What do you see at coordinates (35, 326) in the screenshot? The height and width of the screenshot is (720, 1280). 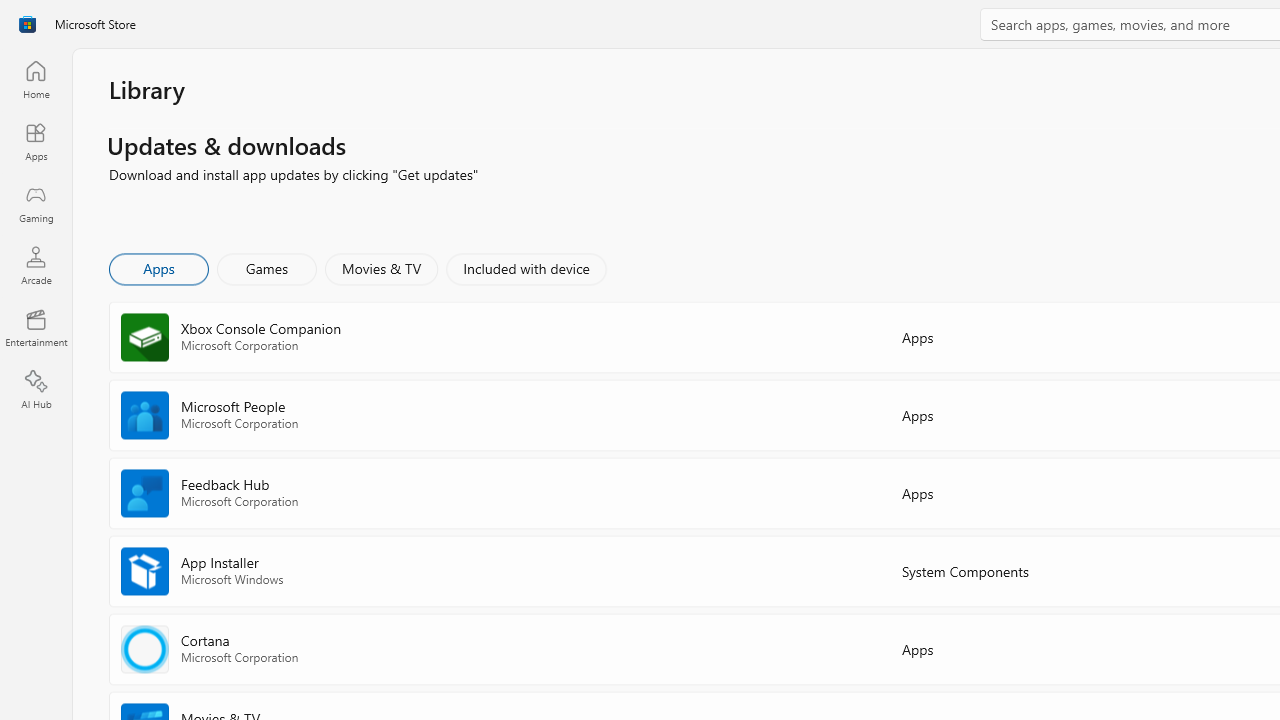 I see `'Entertainment'` at bounding box center [35, 326].